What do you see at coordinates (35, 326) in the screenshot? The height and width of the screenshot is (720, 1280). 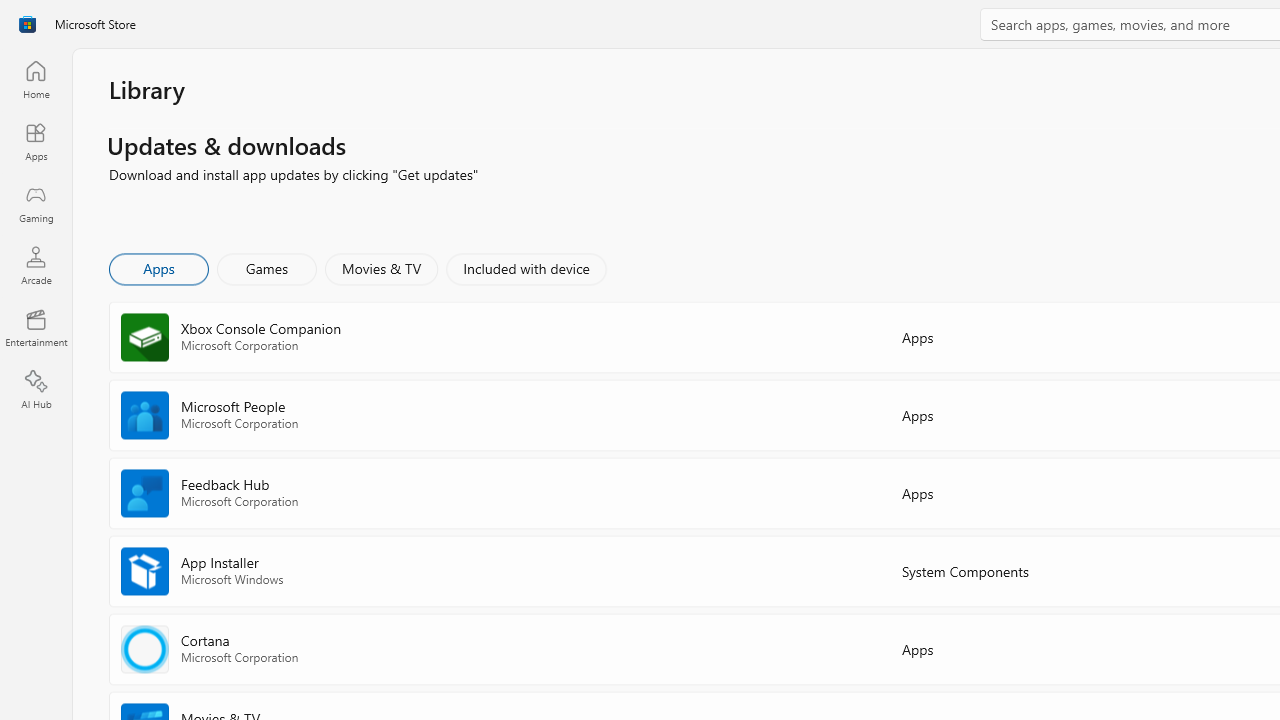 I see `'Entertainment'` at bounding box center [35, 326].